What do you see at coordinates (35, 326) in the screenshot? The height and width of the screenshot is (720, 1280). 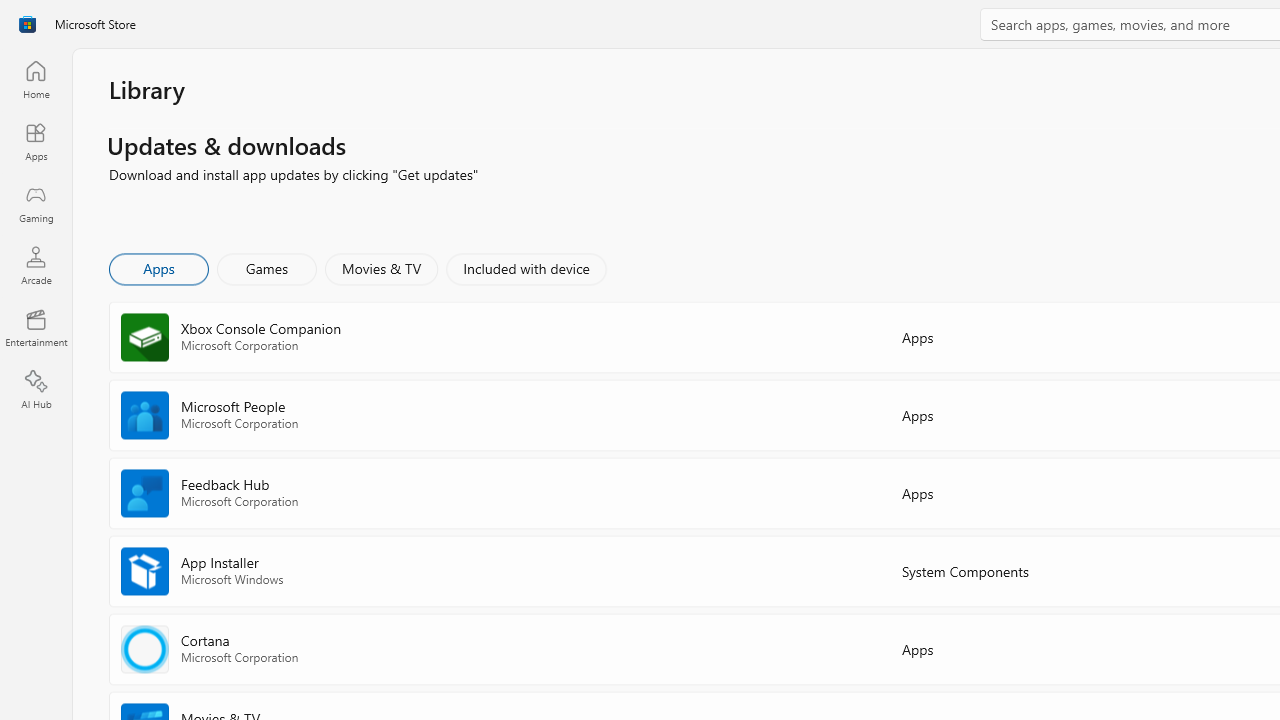 I see `'Entertainment'` at bounding box center [35, 326].